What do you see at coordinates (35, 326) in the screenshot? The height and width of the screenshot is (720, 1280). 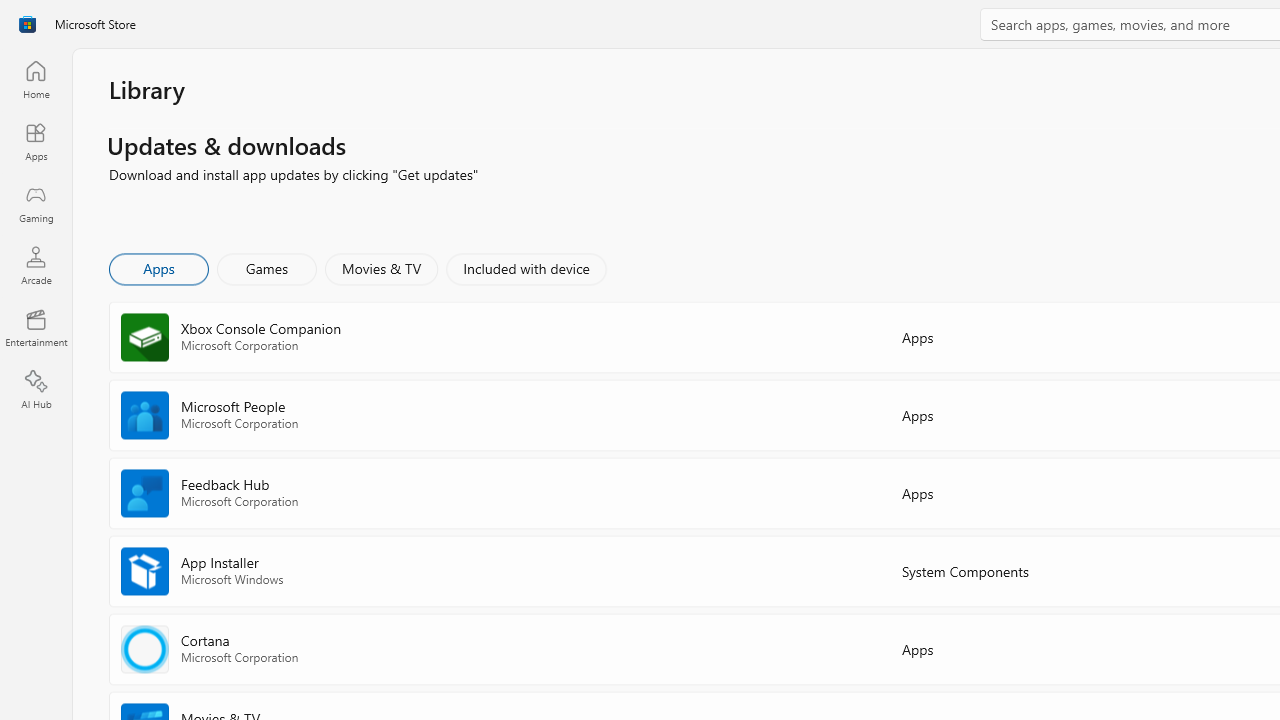 I see `'Entertainment'` at bounding box center [35, 326].